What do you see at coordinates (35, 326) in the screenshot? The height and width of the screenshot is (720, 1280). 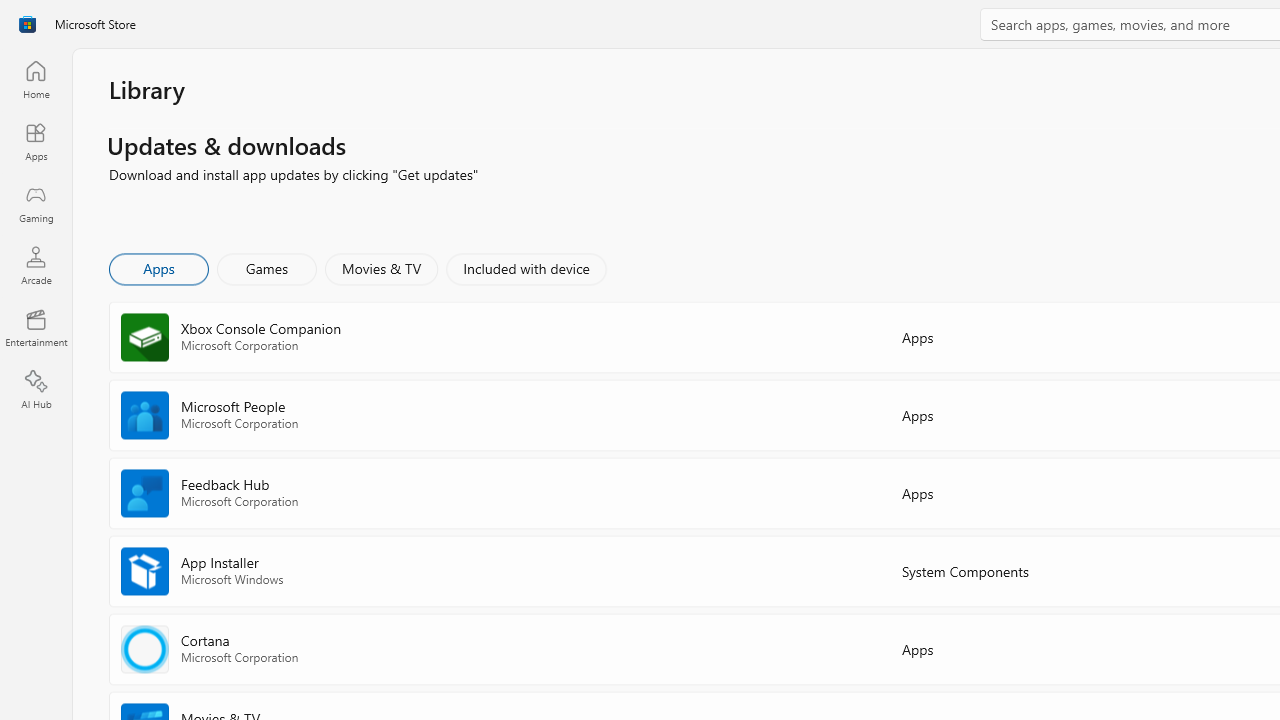 I see `'Entertainment'` at bounding box center [35, 326].